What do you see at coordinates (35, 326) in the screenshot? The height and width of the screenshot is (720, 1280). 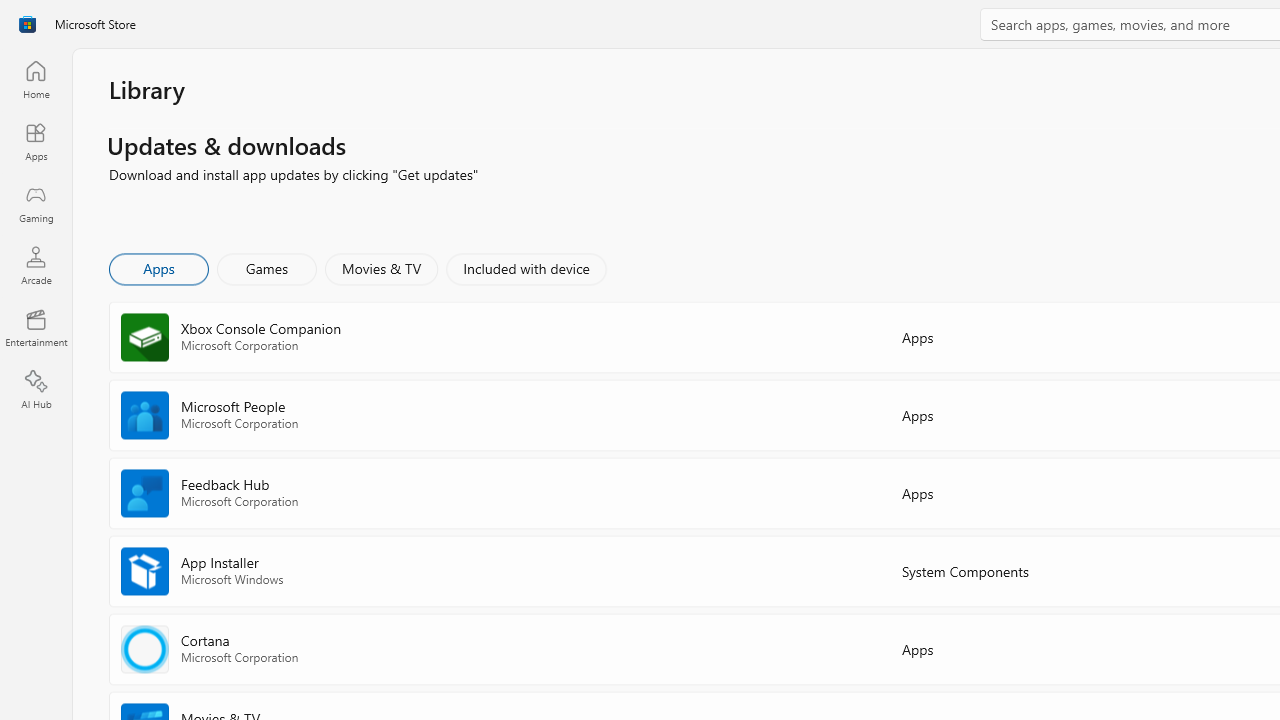 I see `'Entertainment'` at bounding box center [35, 326].